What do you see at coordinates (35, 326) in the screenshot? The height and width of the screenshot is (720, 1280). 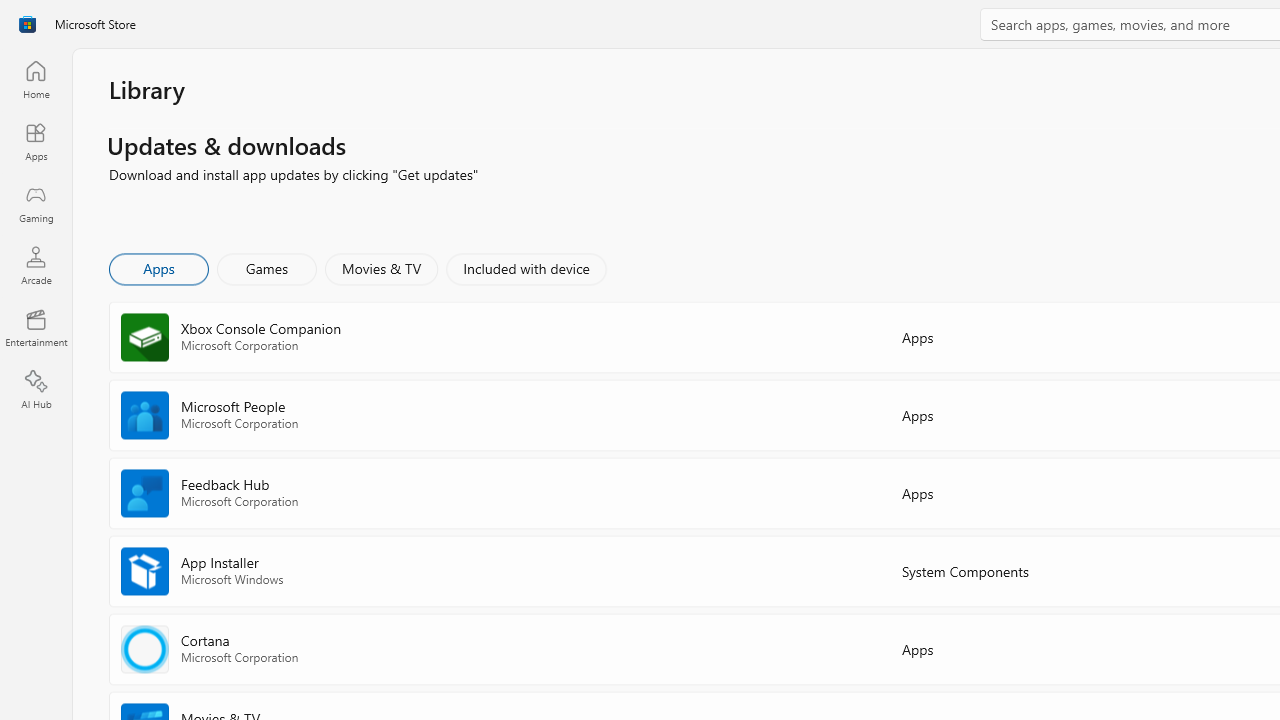 I see `'Entertainment'` at bounding box center [35, 326].